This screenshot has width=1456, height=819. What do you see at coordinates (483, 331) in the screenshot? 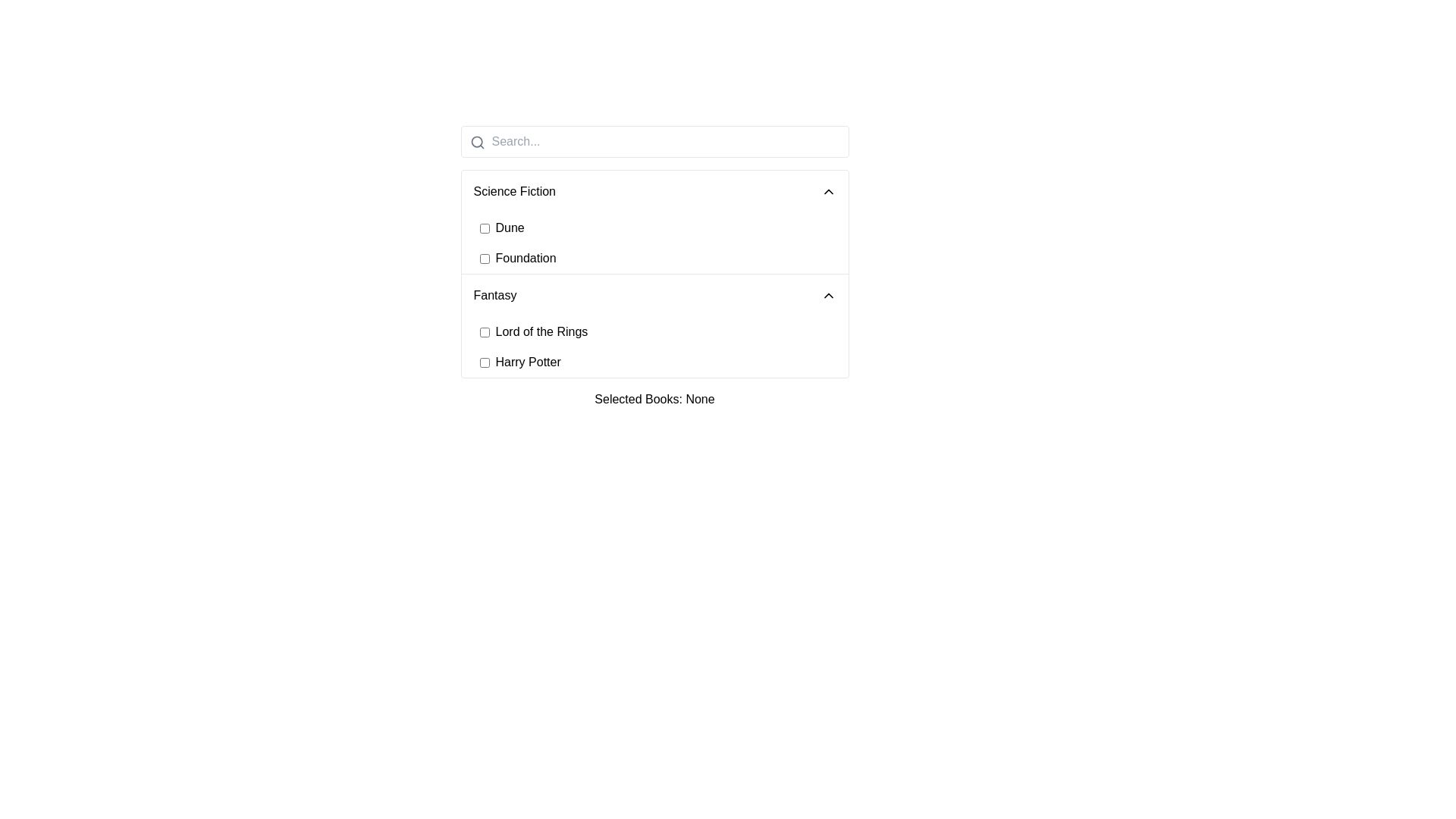
I see `the standard checkbox located to the left of the label 'Lord of the Rings' in the 'Fantasy' category` at bounding box center [483, 331].